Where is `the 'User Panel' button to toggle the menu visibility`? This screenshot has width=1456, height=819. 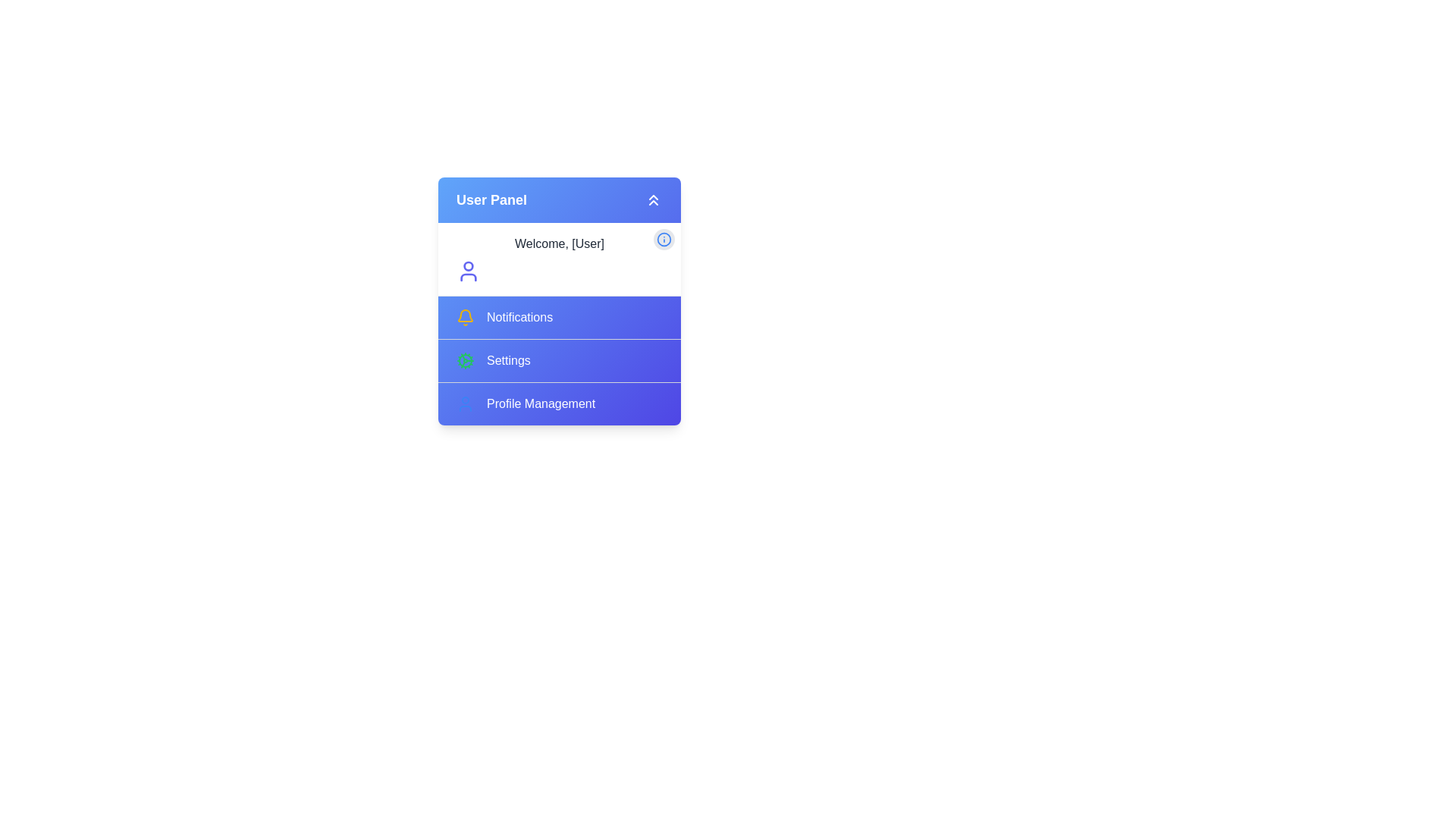 the 'User Panel' button to toggle the menu visibility is located at coordinates (559, 199).